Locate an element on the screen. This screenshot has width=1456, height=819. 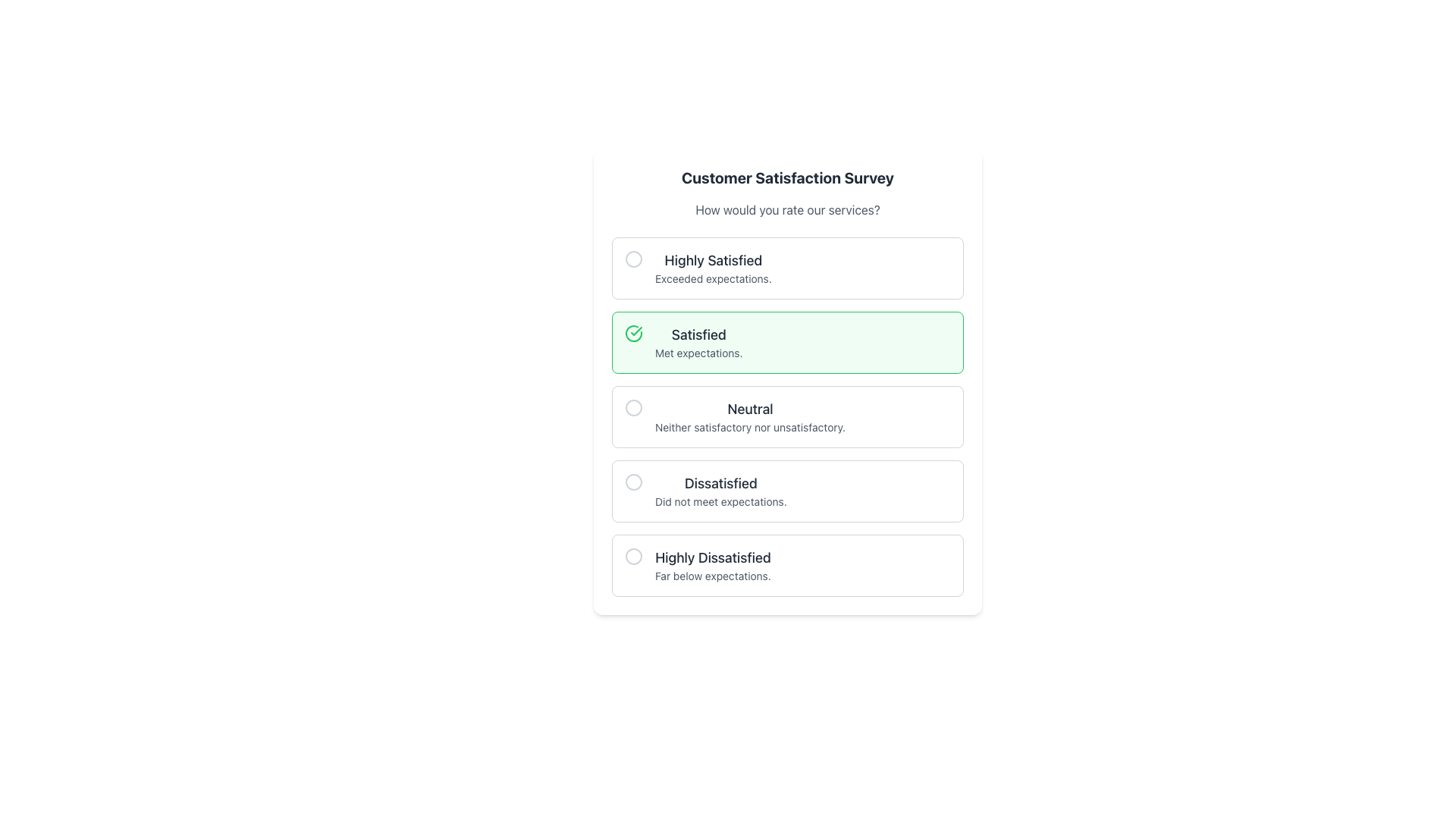
the text block that poses a question to users about their satisfaction with services, located beneath the heading 'Customer Satisfaction Survey' is located at coordinates (787, 210).